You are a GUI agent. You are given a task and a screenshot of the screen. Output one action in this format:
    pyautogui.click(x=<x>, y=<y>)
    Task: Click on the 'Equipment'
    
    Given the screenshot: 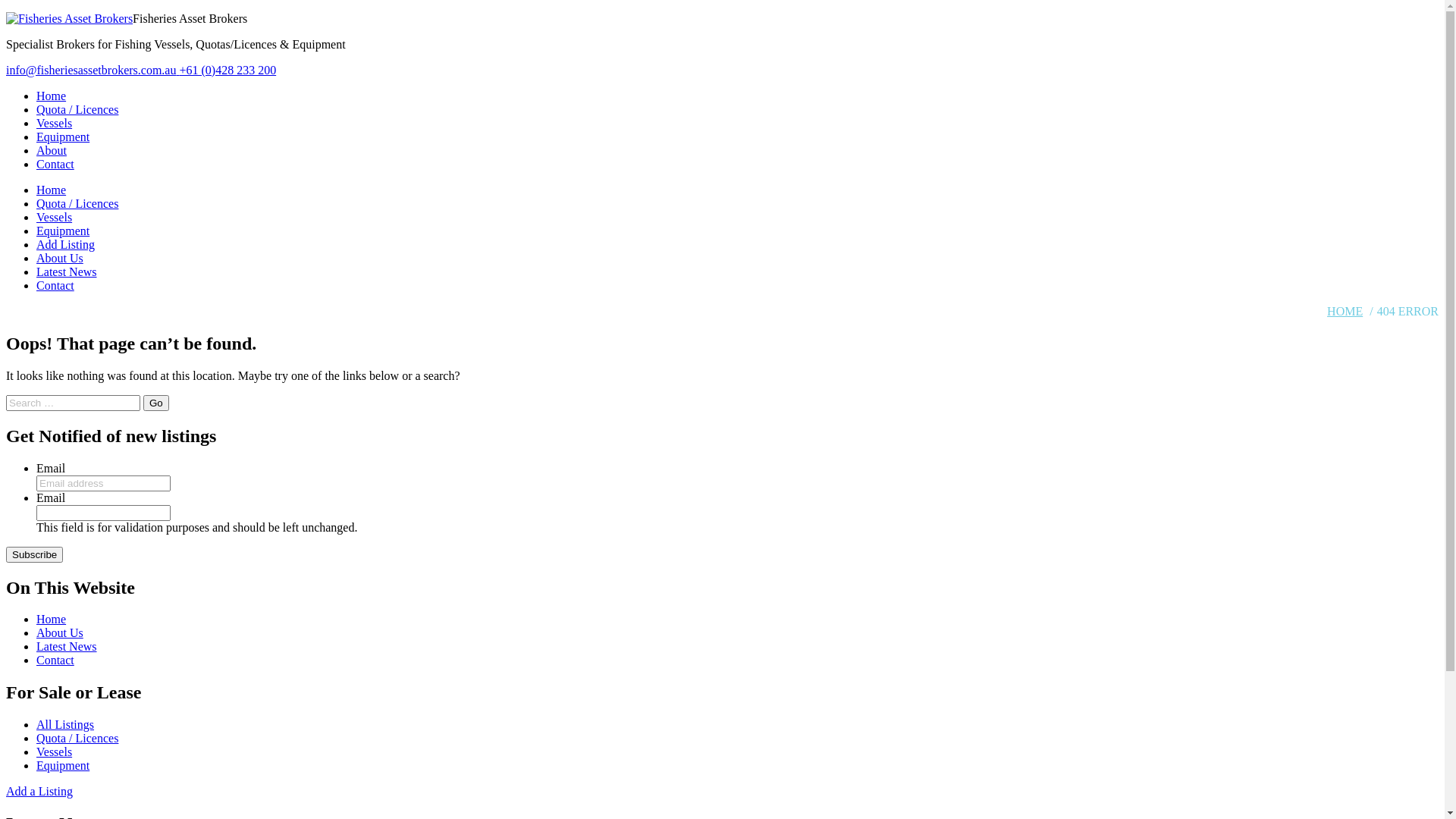 What is the action you would take?
    pyautogui.click(x=36, y=136)
    